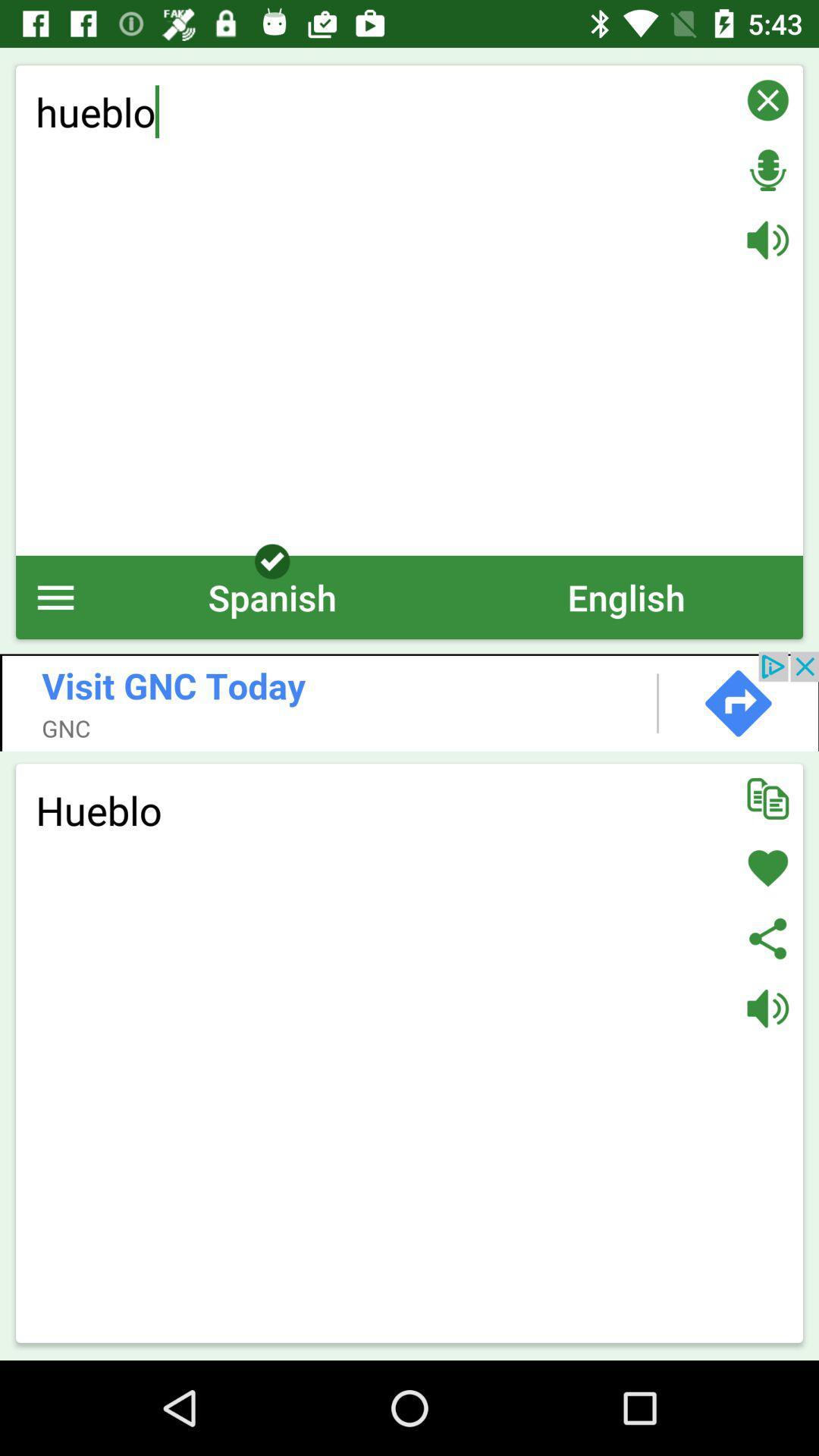  I want to click on press record, so click(767, 170).